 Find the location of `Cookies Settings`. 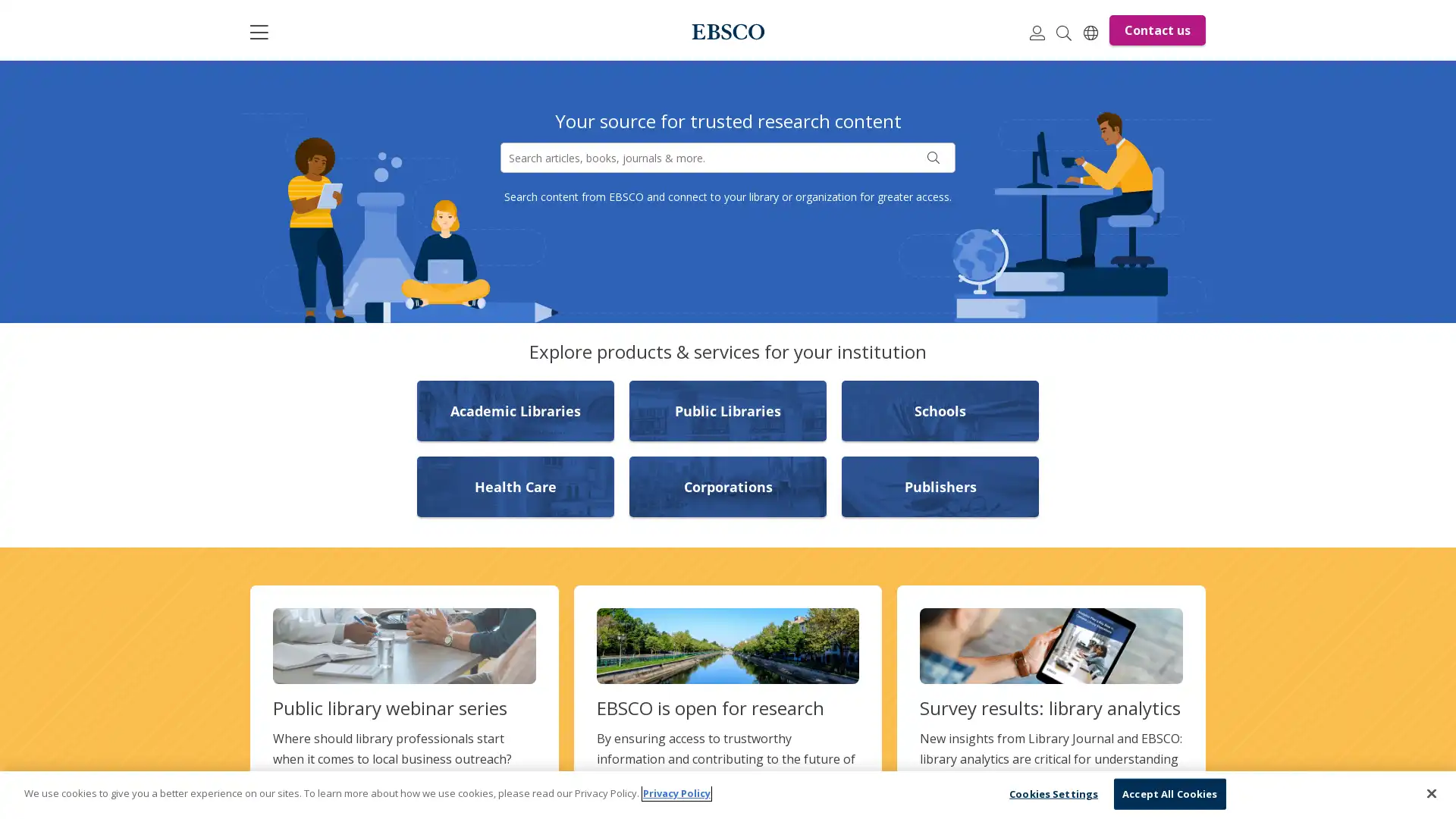

Cookies Settings is located at coordinates (1053, 792).